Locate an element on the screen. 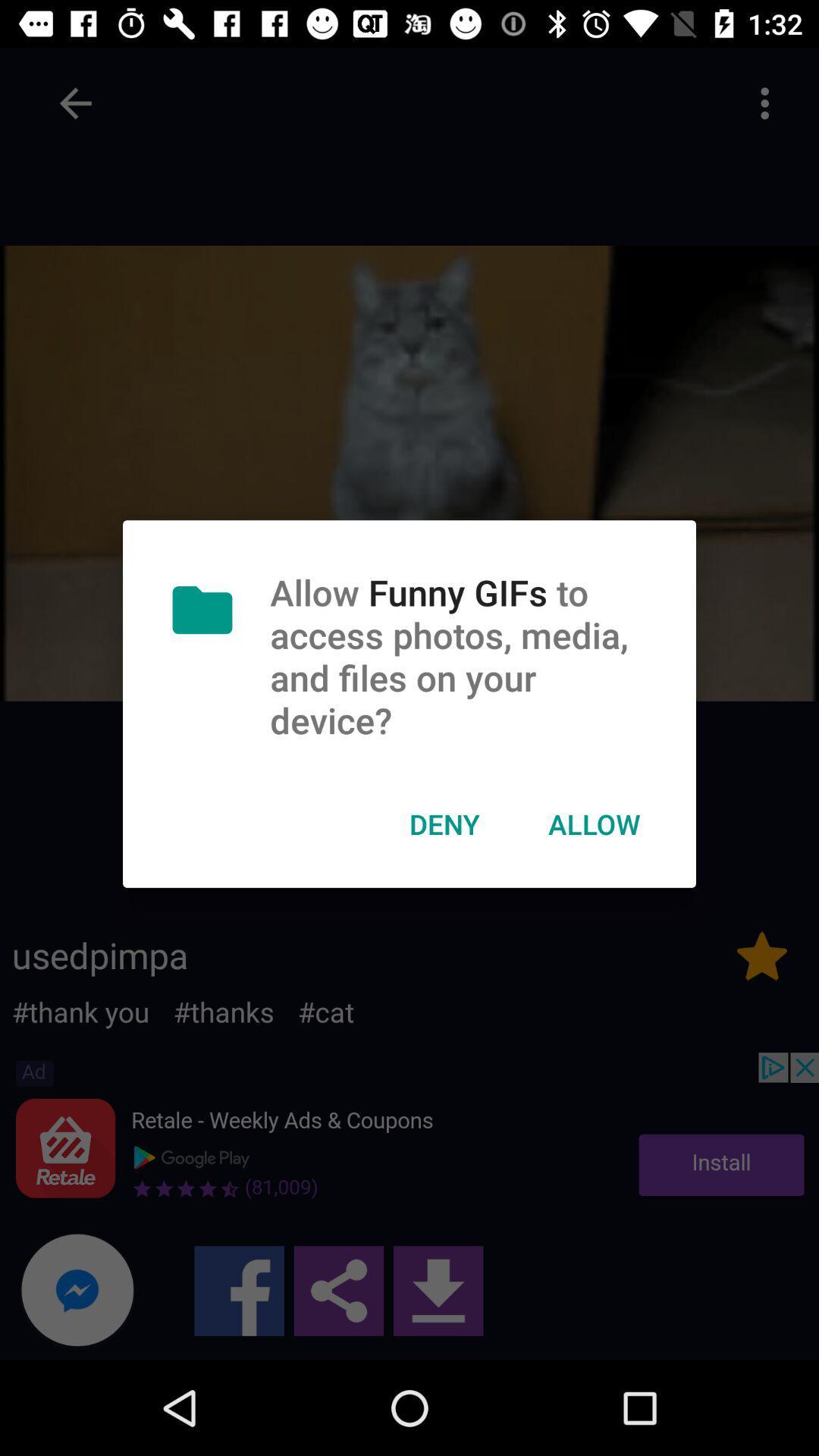 The width and height of the screenshot is (819, 1456). the star icon is located at coordinates (762, 955).